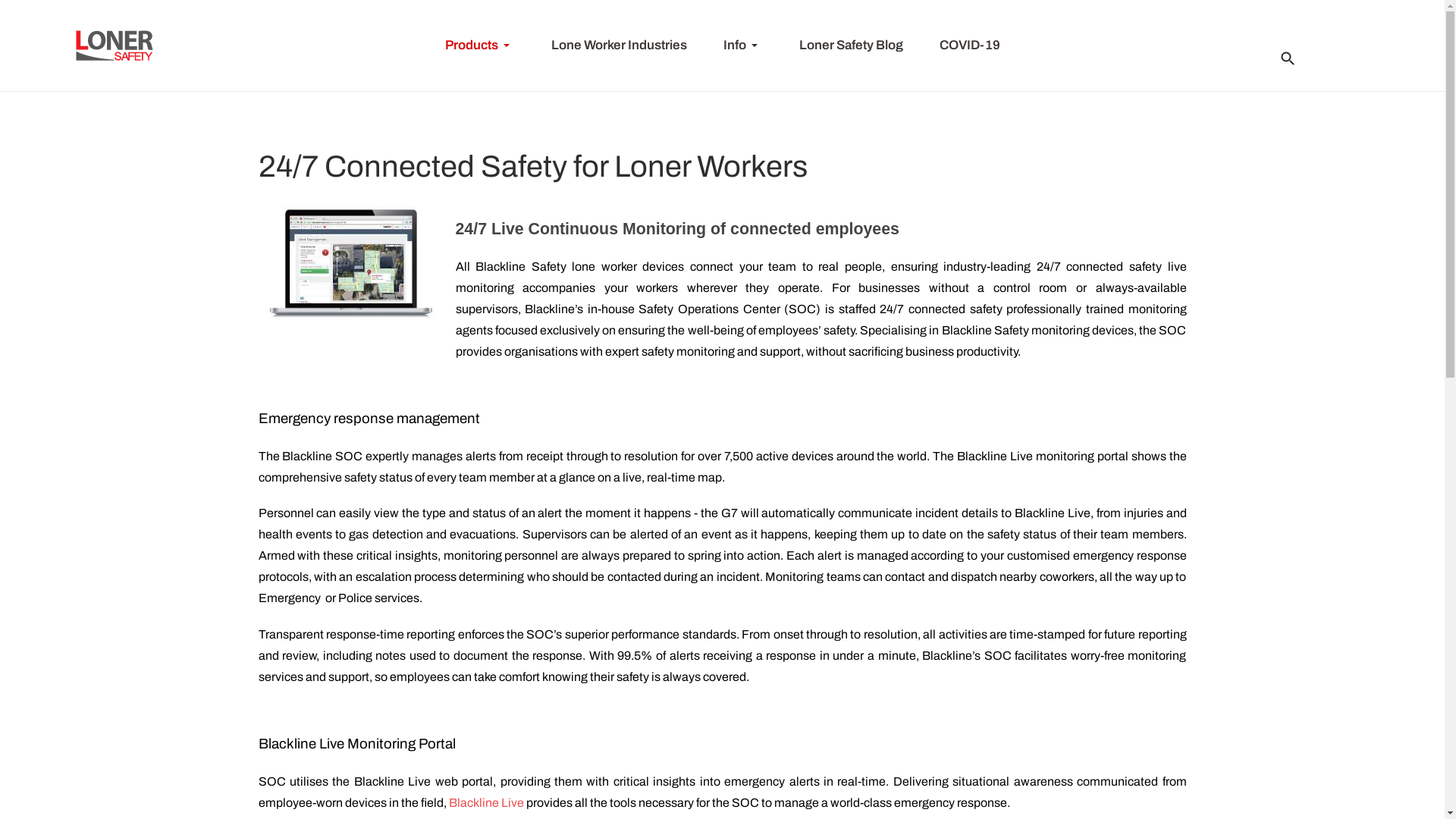 The height and width of the screenshot is (819, 1456). I want to click on 'COVID-19', so click(968, 45).